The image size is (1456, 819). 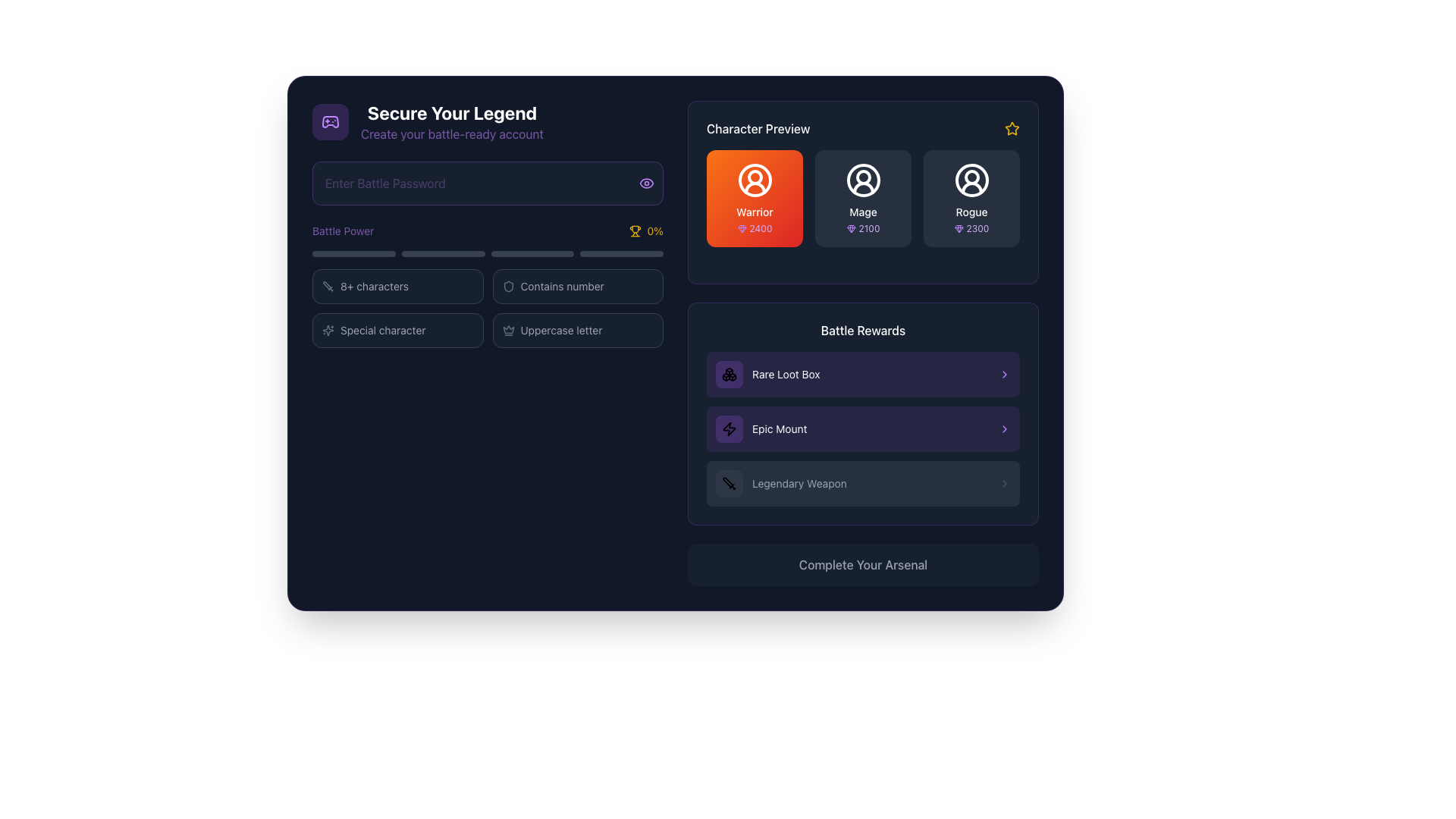 I want to click on the specific character in the SelectionCardsGroup located under the 'Character Preview' heading on the upper right side of the interface, so click(x=863, y=192).